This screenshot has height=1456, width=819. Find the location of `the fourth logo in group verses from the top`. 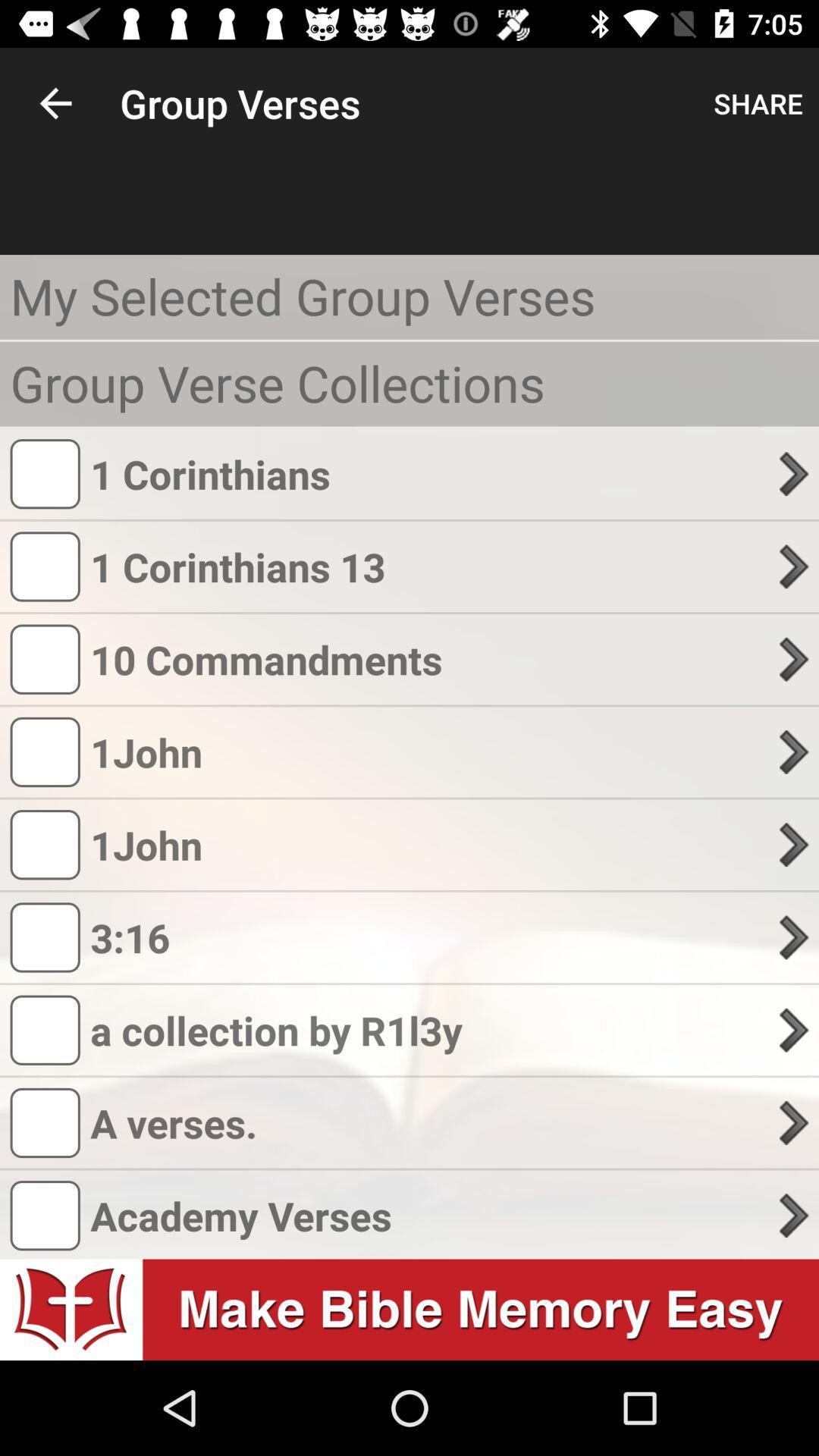

the fourth logo in group verses from the top is located at coordinates (45, 752).